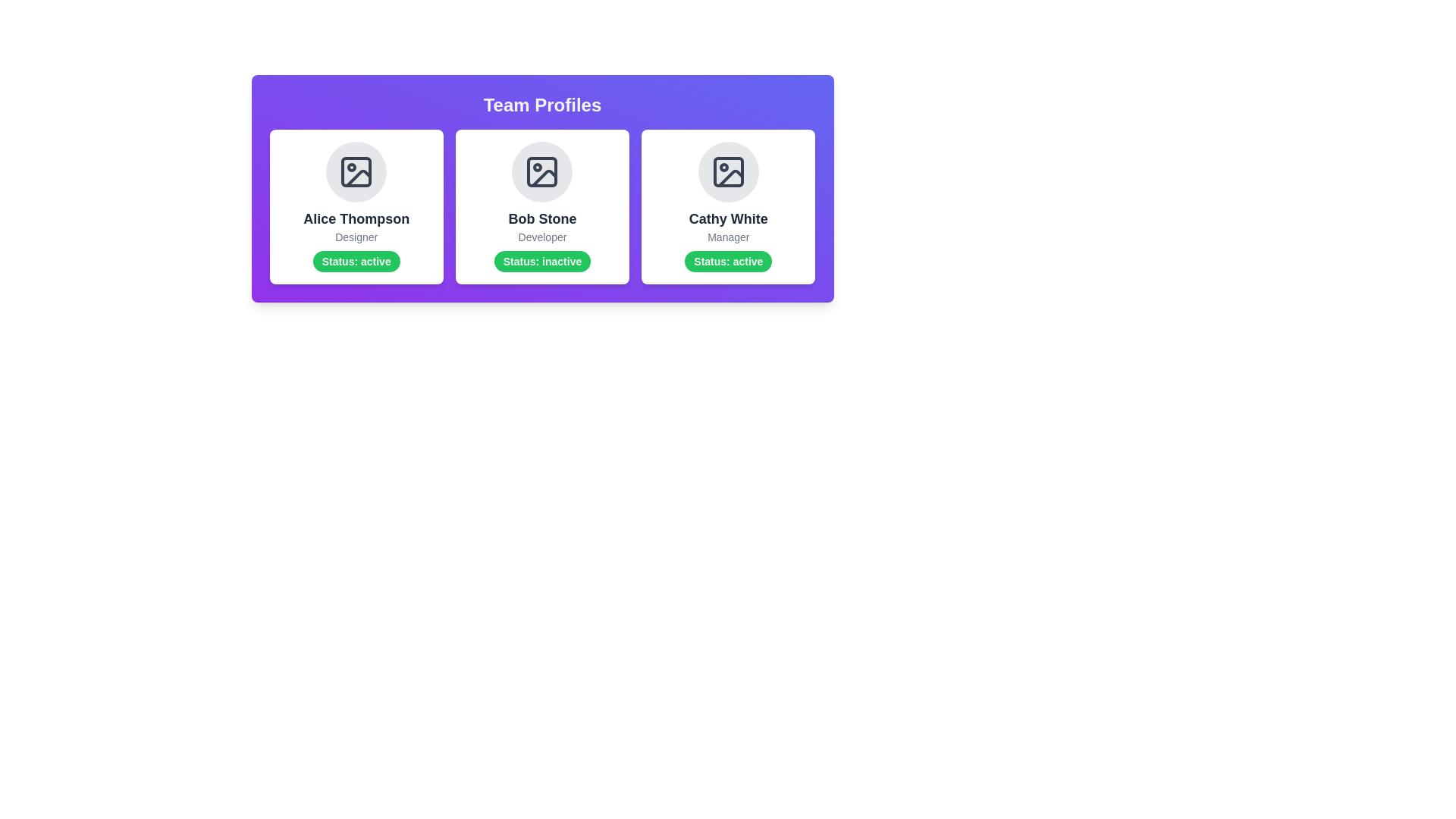  I want to click on the minimalist image icon representing mountains and a sun or moon, located in the gray circular avatar at the top of Cathy White's user card, so click(728, 171).